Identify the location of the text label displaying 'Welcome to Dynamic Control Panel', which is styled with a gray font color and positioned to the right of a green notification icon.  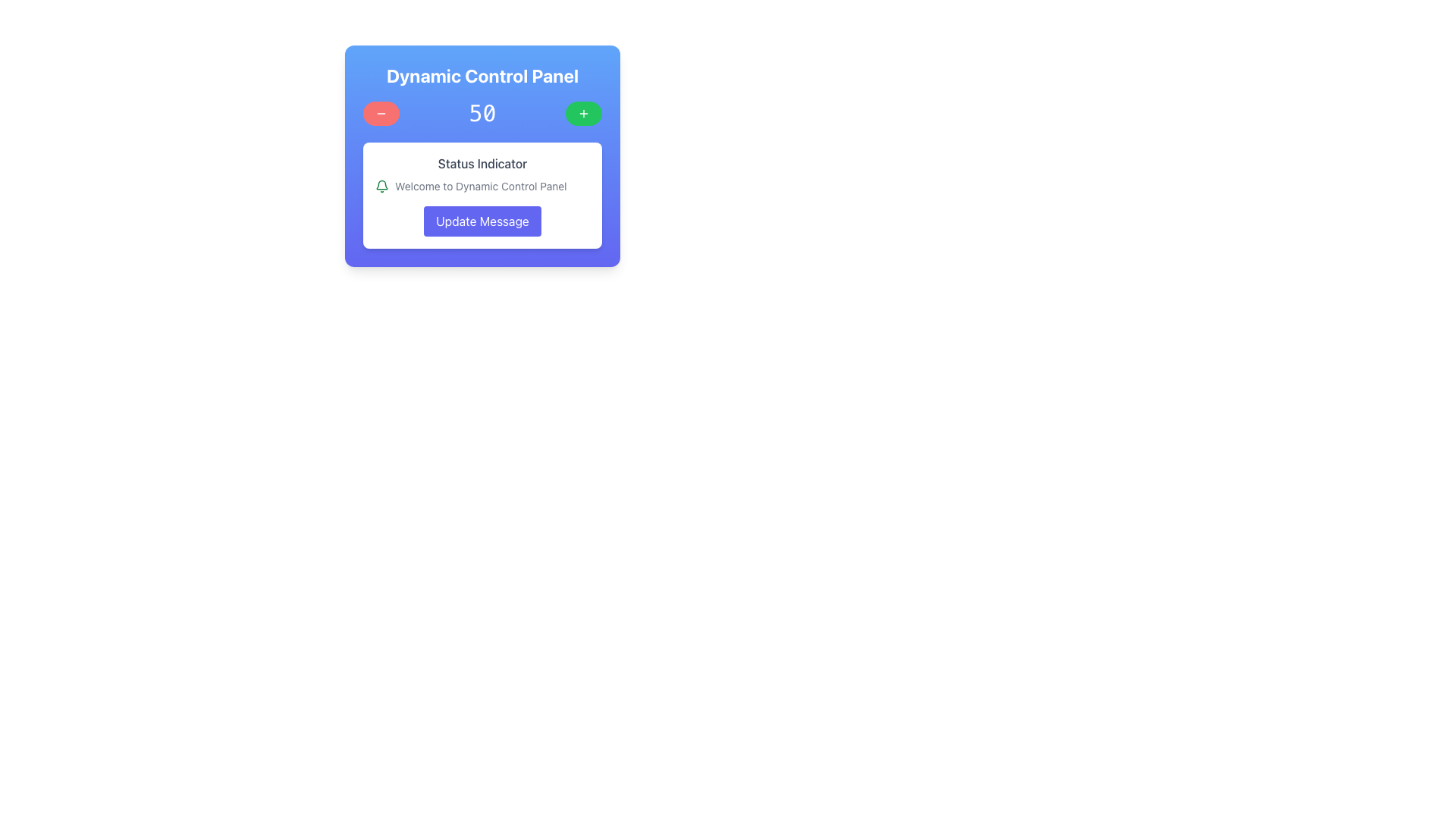
(480, 186).